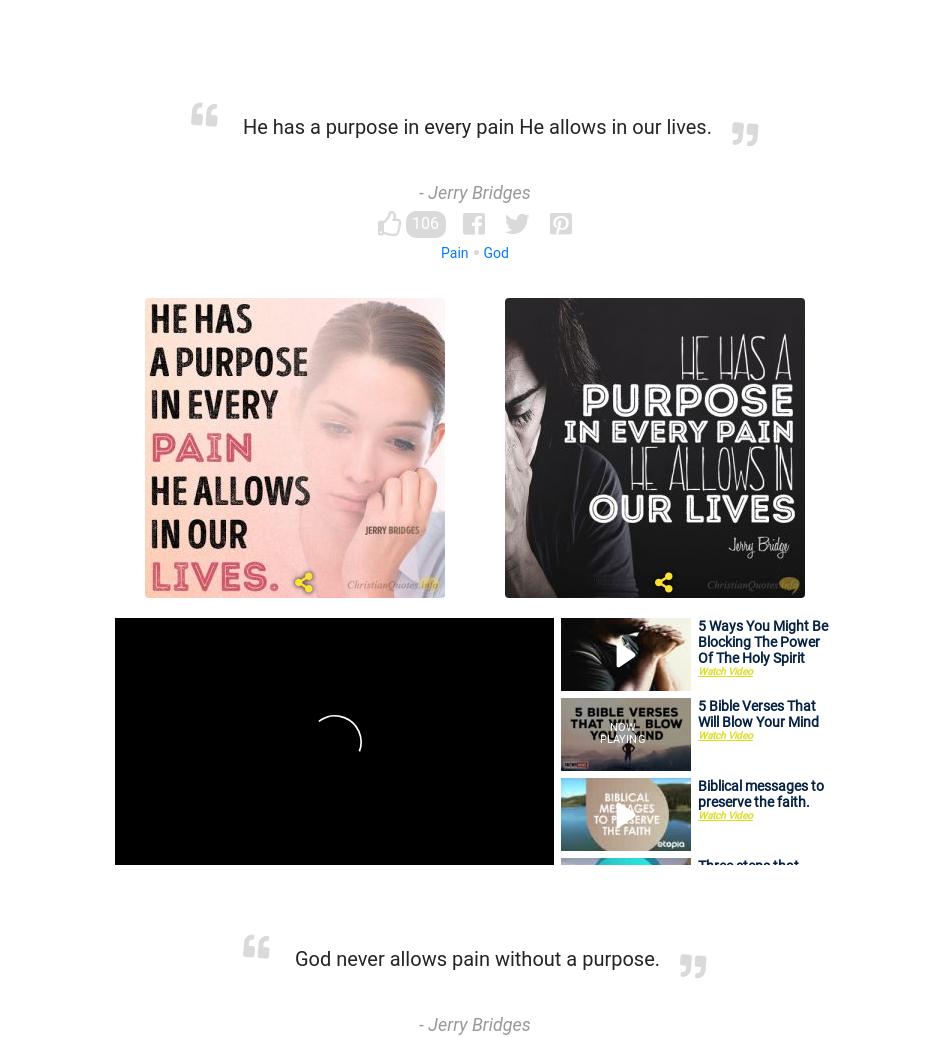 The image size is (950, 1037). I want to click on '3M', so click(633, 795).